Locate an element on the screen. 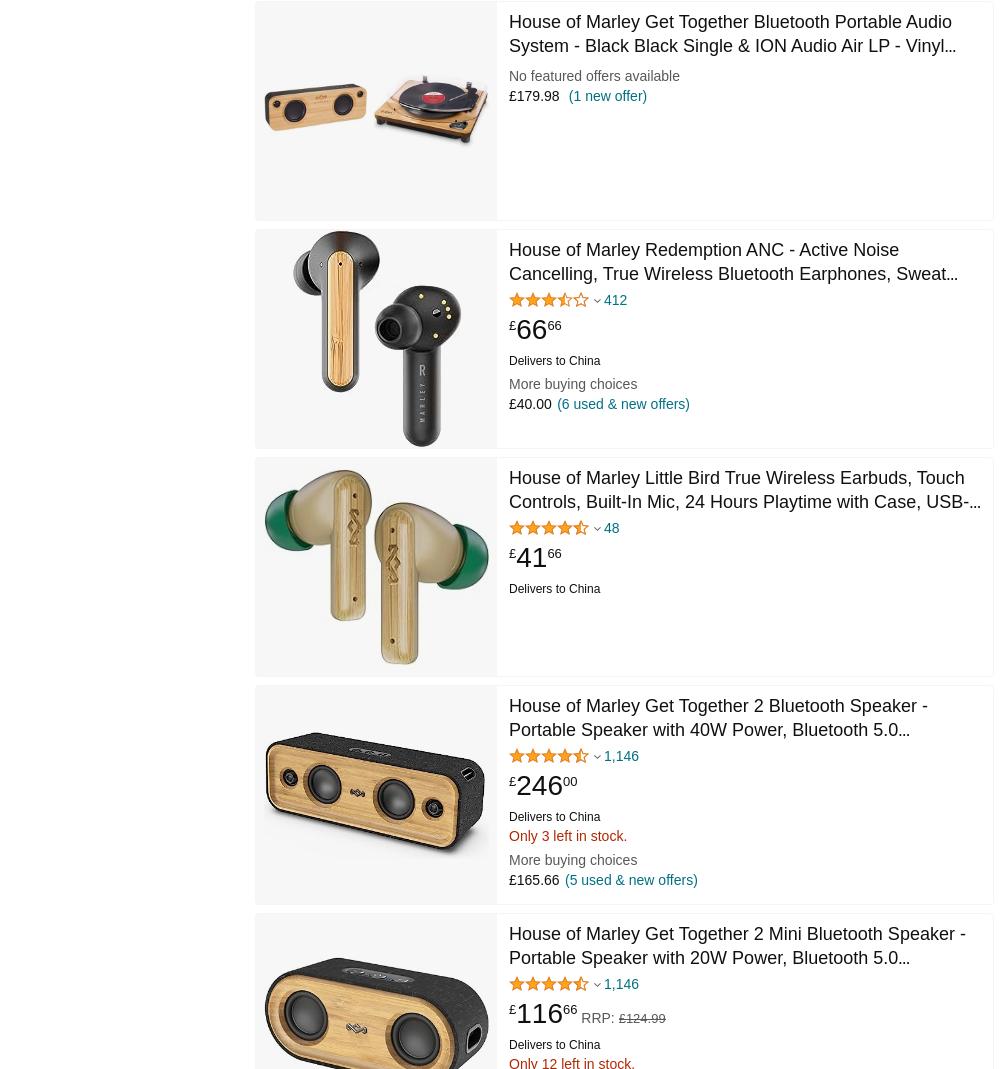 The width and height of the screenshot is (1000, 1069). 'House of Marley Redemption ANC - Active Noise Cancelling, True Wireless Bluetooth Earphones, Sweat Resistant Earbuds, 28 Hours Playtime, USB-C Quick Charge, Eco-Friendly Bamboo - Signature Black' is located at coordinates (726, 284).